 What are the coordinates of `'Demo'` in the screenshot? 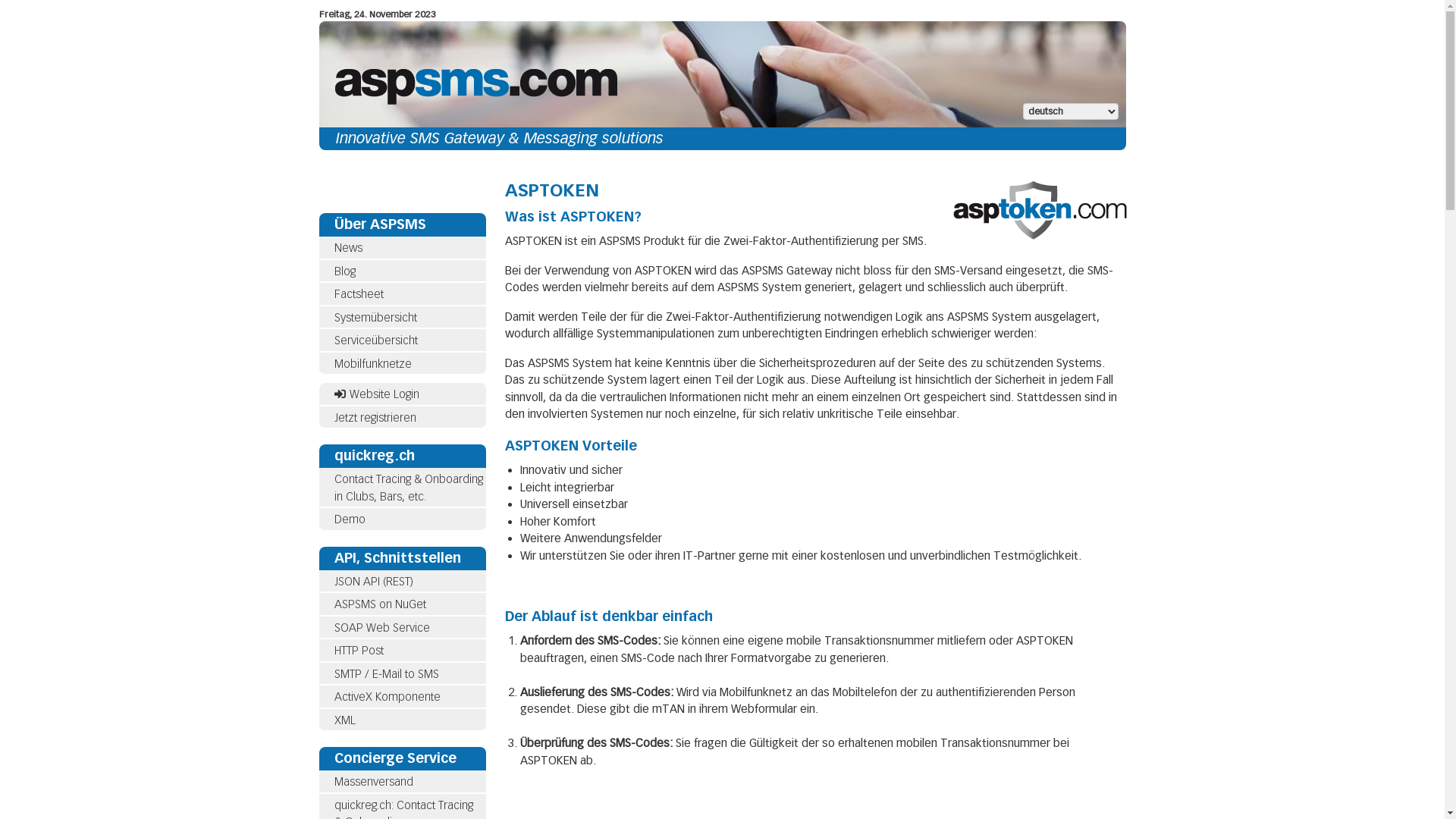 It's located at (348, 519).